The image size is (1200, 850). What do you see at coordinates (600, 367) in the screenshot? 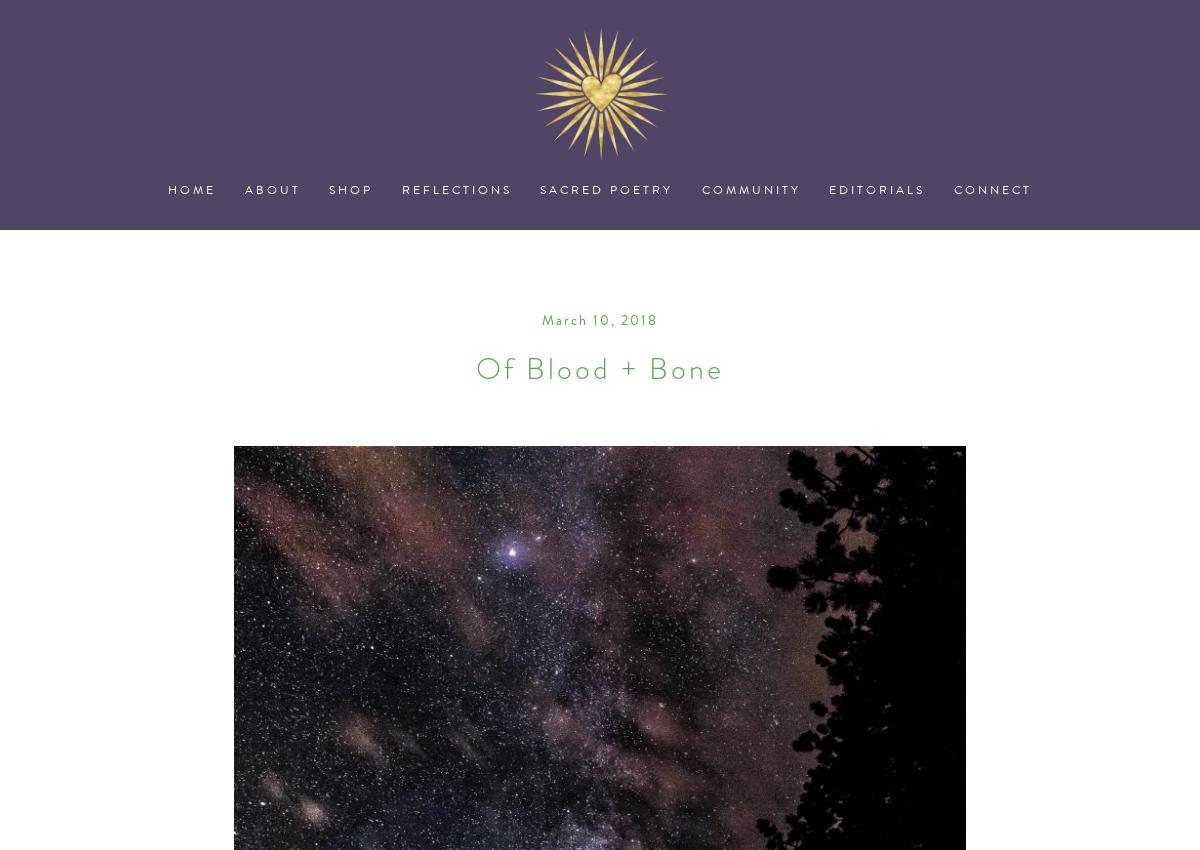
I see `'Of blood + bone'` at bounding box center [600, 367].